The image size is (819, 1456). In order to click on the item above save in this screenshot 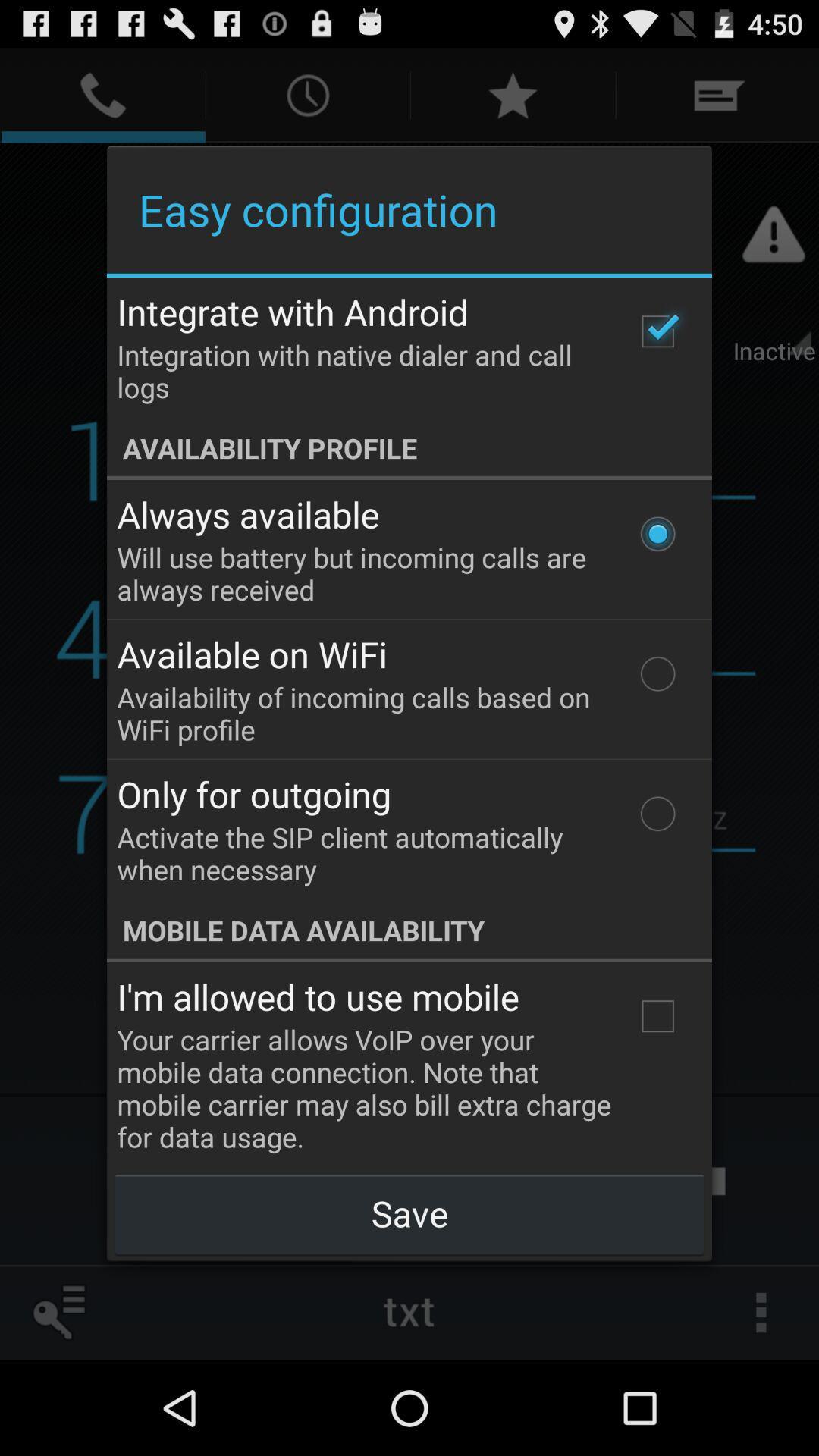, I will do `click(657, 1016)`.